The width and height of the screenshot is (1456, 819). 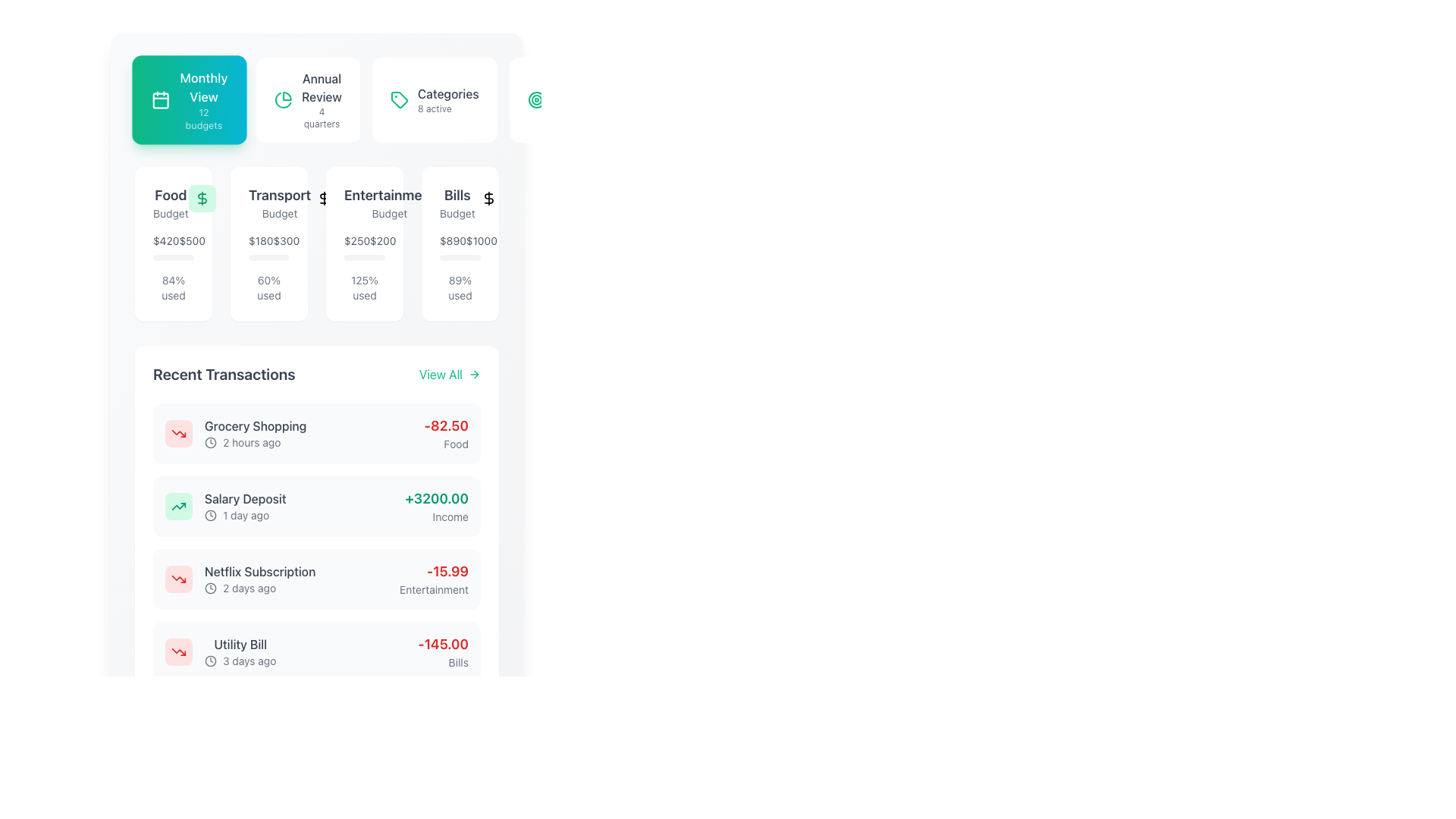 I want to click on the informational text label that conveys the percentage of the budget used, located in the 'Bills' budget summary block beneath the progress bar, so click(x=459, y=288).